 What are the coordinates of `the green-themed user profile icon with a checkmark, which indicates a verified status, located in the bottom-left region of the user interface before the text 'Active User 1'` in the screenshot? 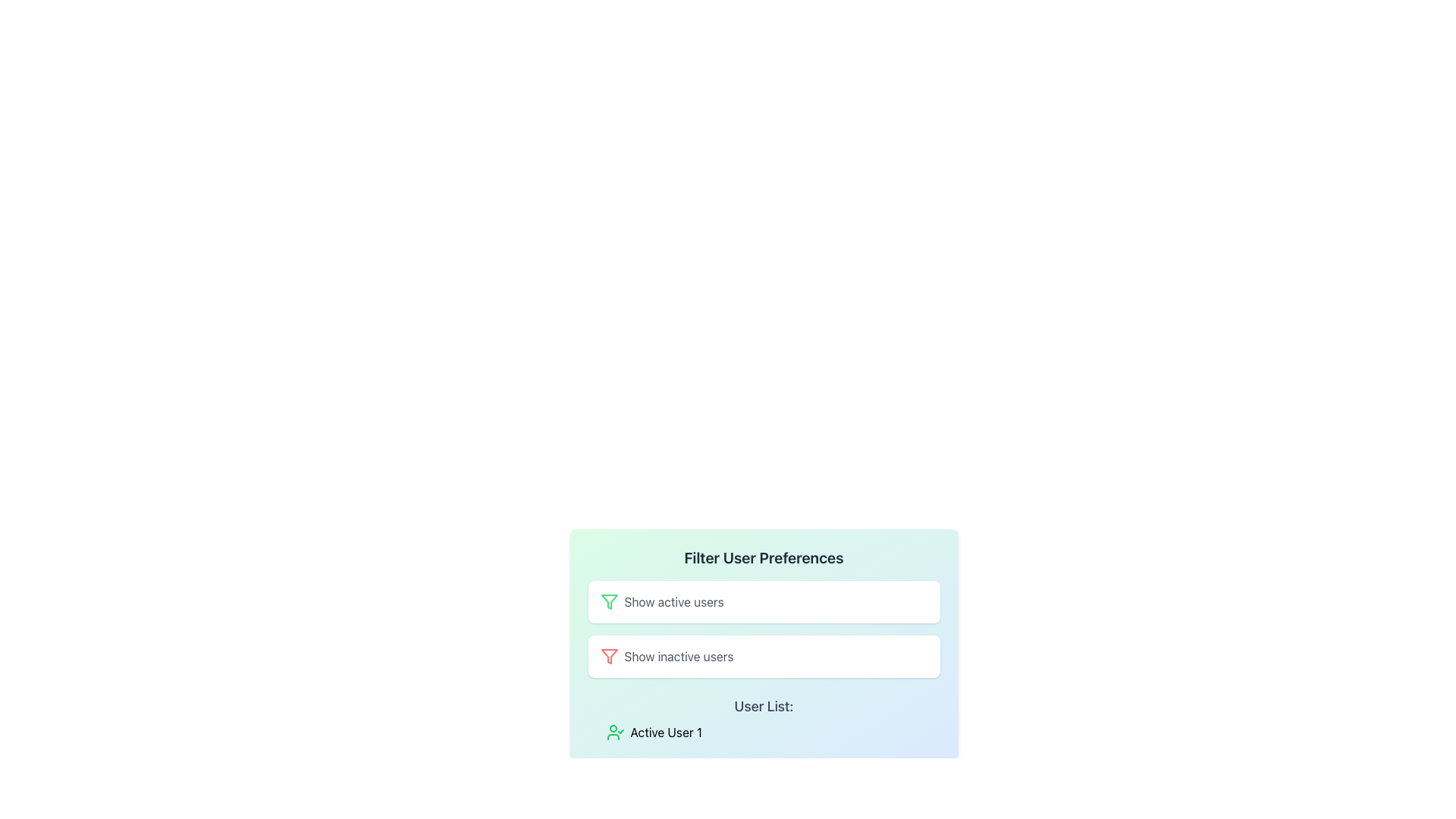 It's located at (615, 731).